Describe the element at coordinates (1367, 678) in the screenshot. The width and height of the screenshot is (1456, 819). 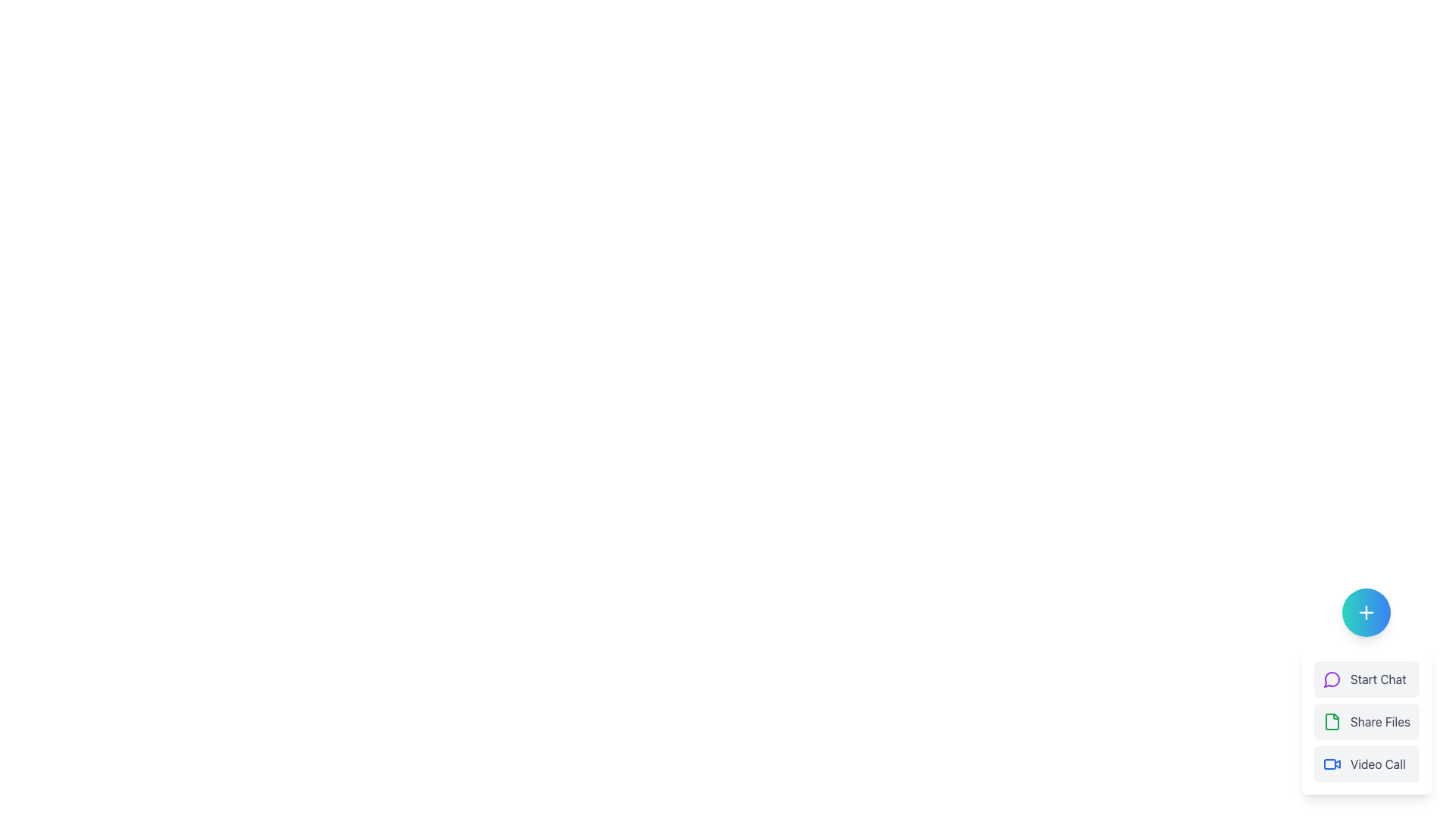
I see `the 'Start Chat' button, which has a light gray background and a purple outlined chat bubble icon, to initiate a chat` at that location.